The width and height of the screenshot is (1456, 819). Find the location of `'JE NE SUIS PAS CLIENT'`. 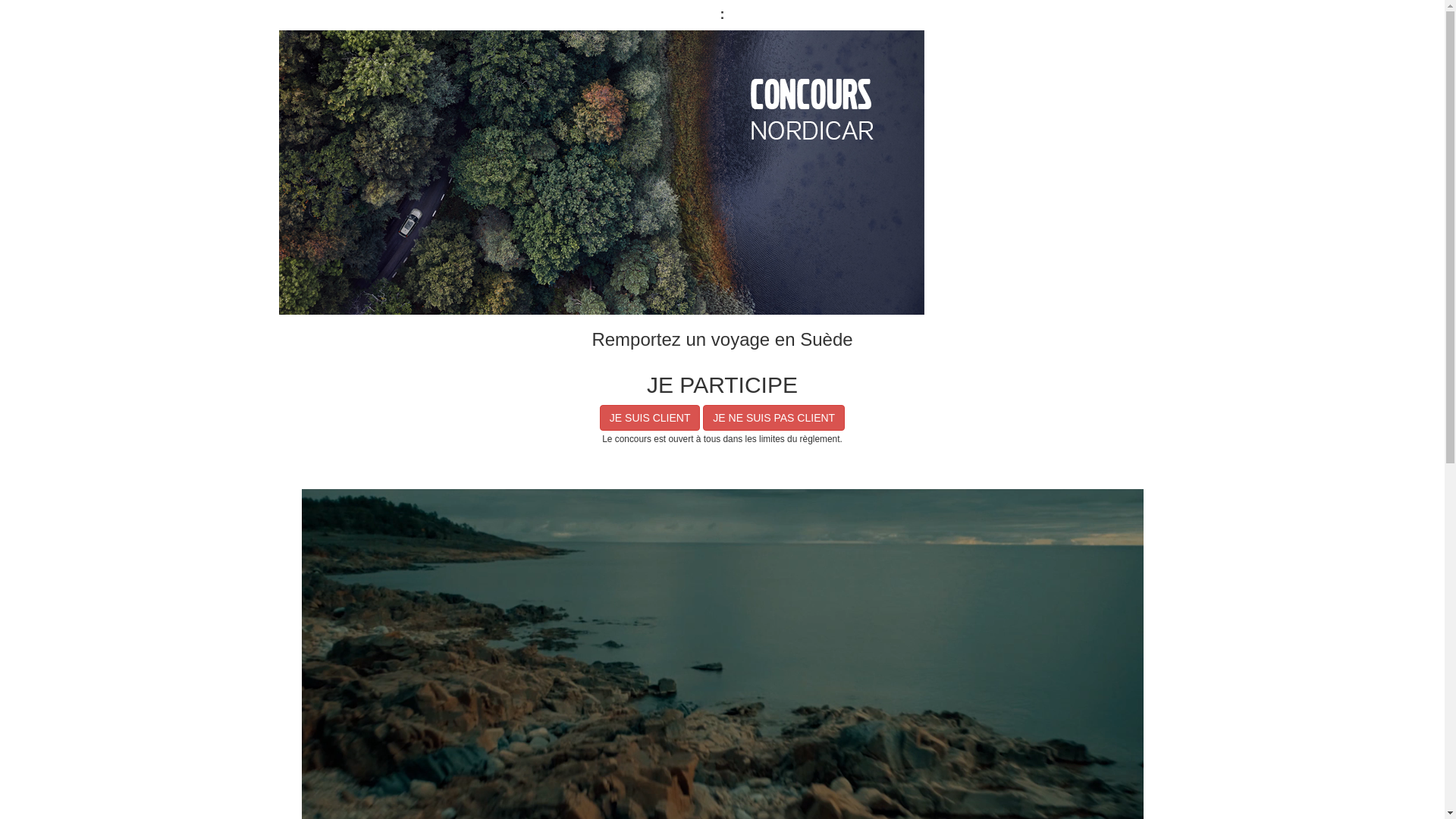

'JE NE SUIS PAS CLIENT' is located at coordinates (773, 418).